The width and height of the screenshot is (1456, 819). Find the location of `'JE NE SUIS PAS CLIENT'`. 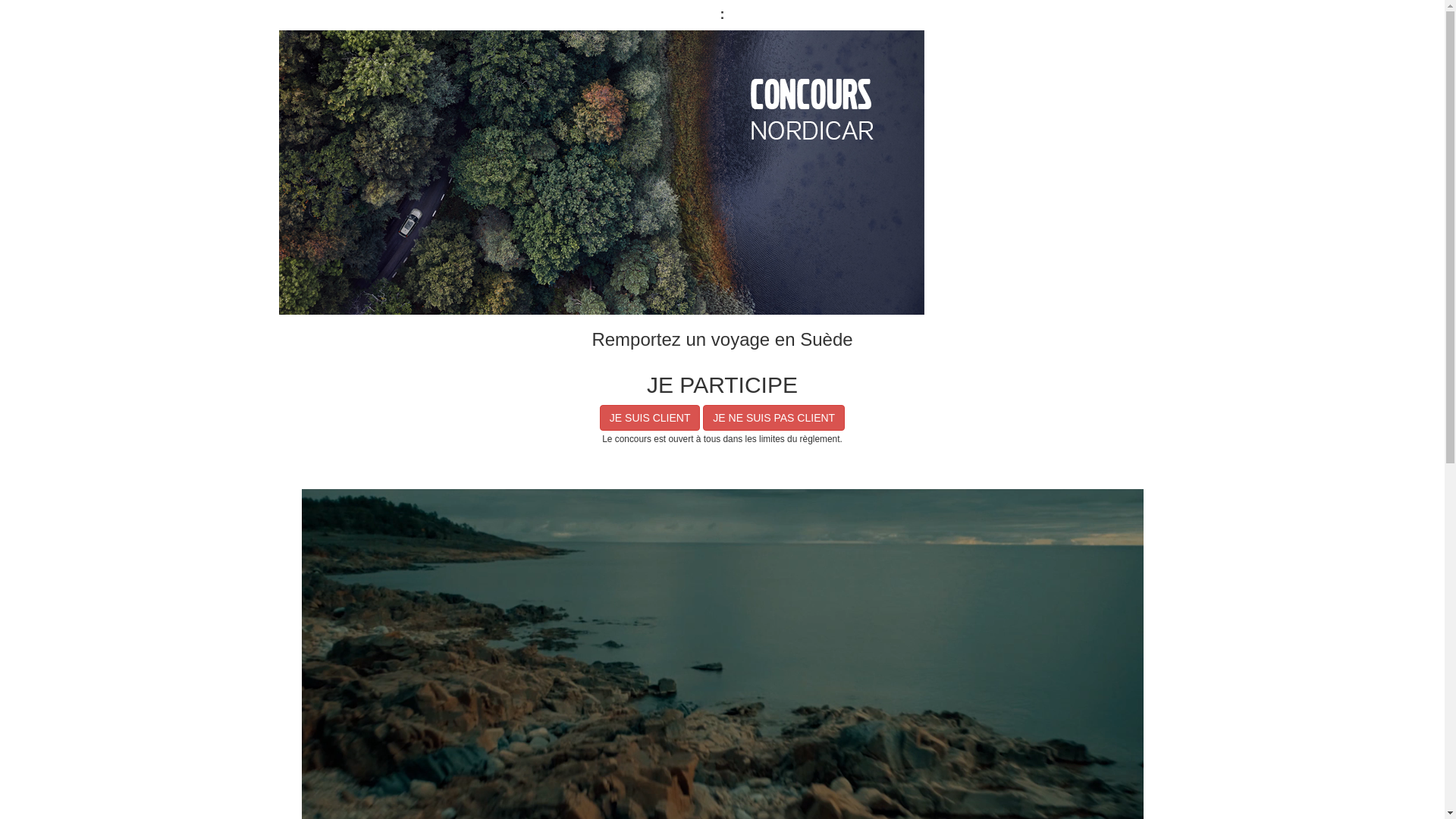

'JE NE SUIS PAS CLIENT' is located at coordinates (773, 418).